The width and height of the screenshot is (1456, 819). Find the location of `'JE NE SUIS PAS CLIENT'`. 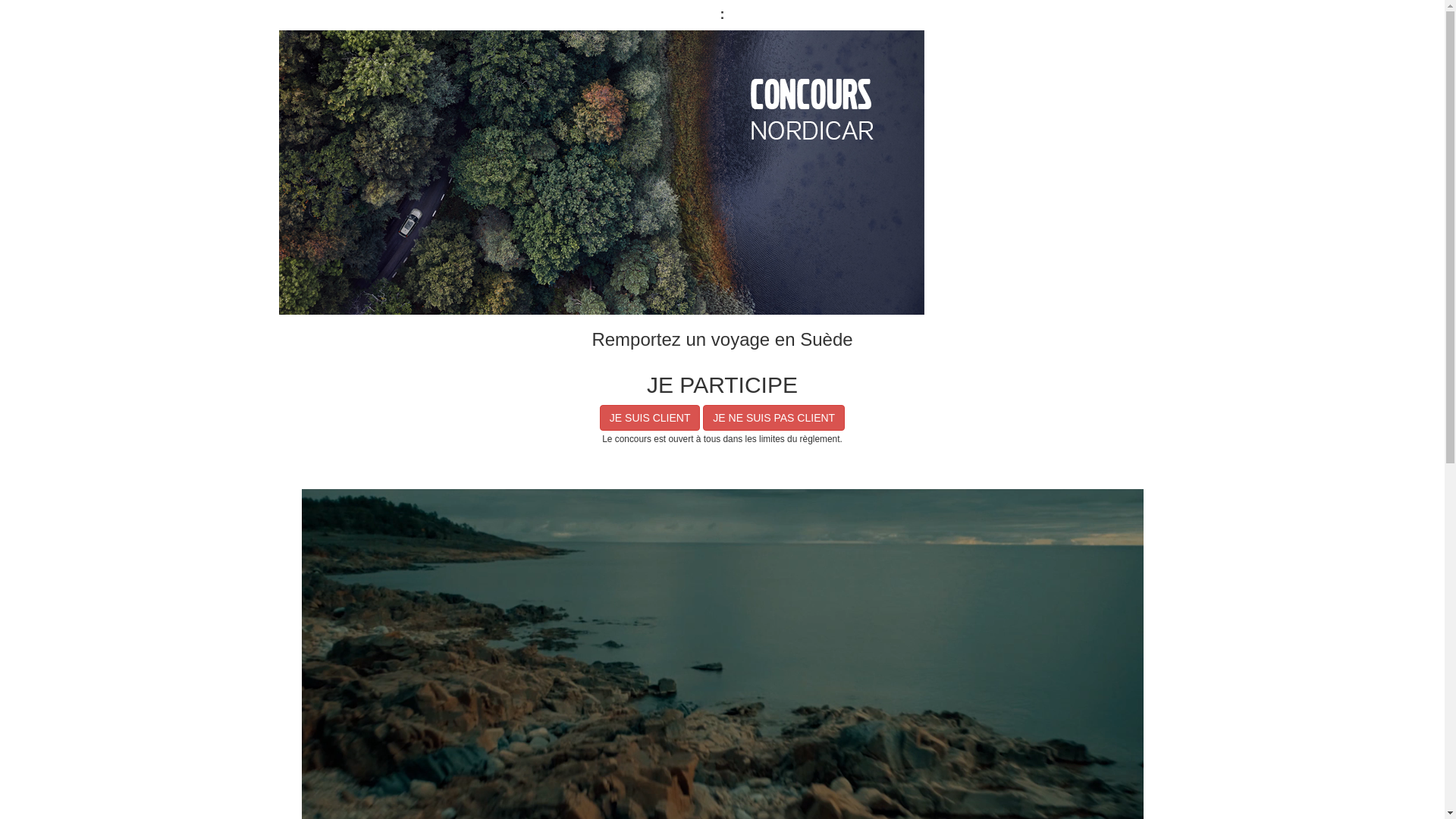

'JE NE SUIS PAS CLIENT' is located at coordinates (773, 418).